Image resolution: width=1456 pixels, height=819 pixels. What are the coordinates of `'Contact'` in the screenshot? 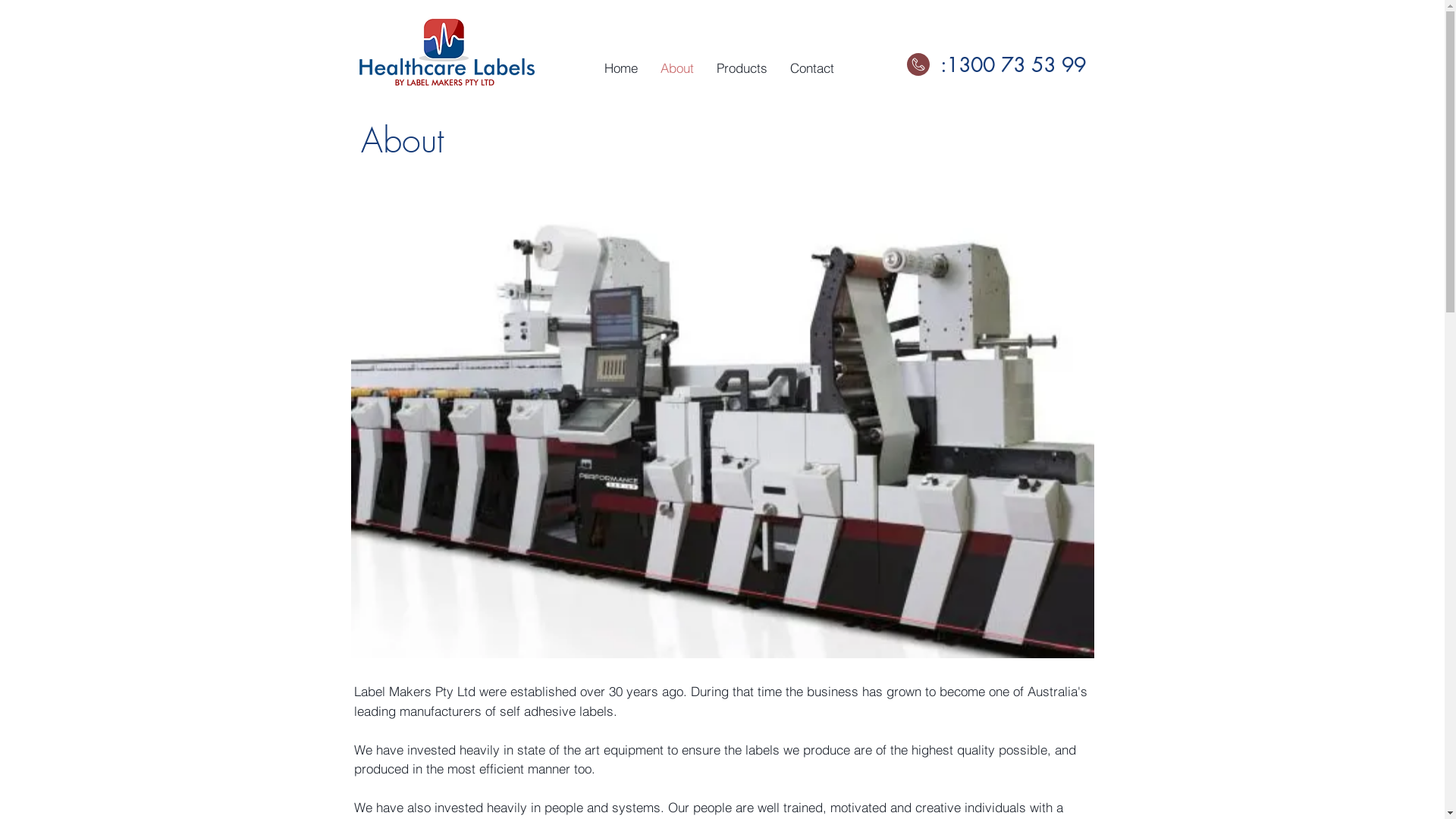 It's located at (811, 67).